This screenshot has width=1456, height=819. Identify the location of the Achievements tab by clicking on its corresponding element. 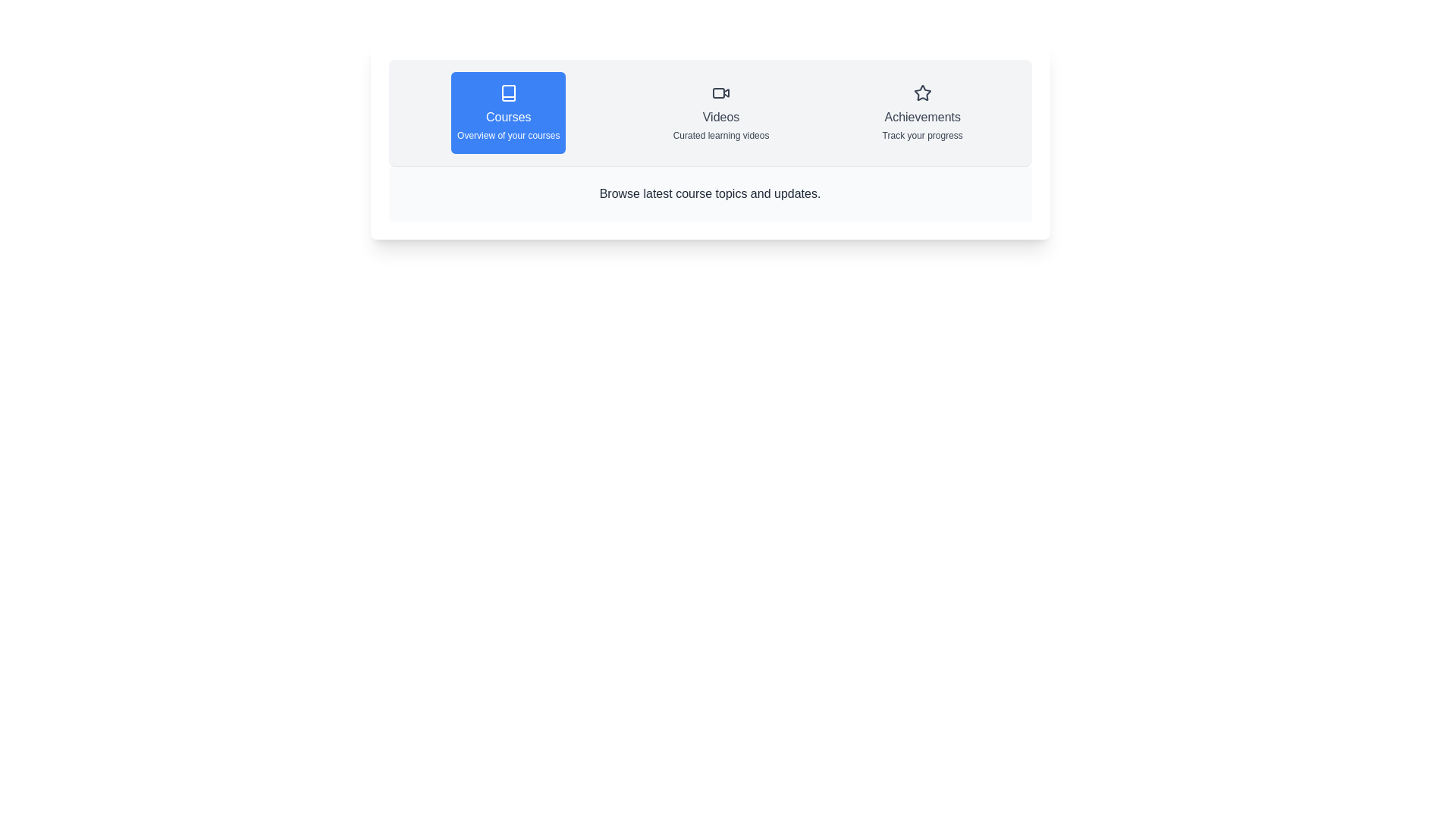
(921, 112).